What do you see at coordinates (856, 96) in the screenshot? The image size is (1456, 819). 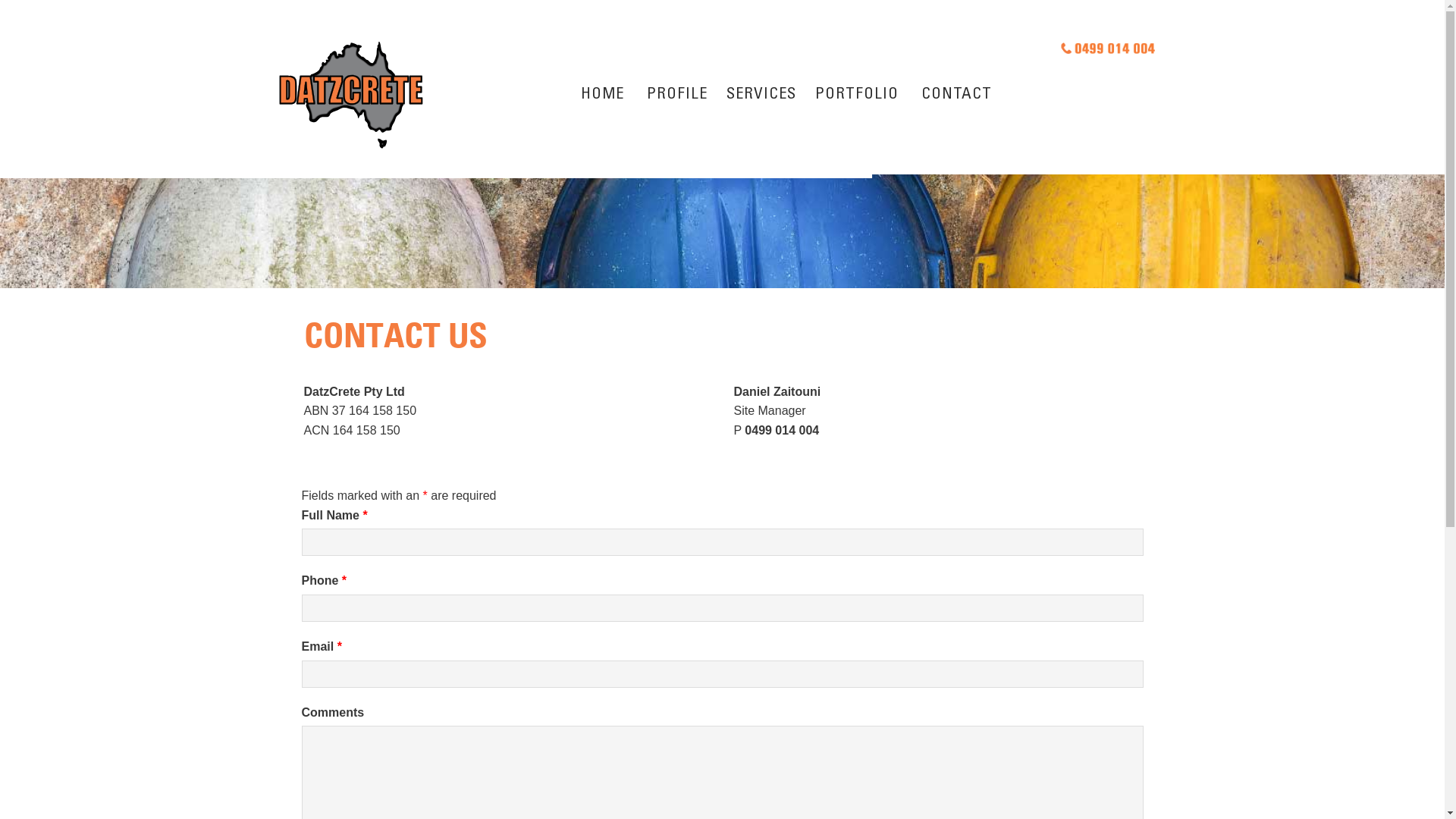 I see `'PORTFOLIO'` at bounding box center [856, 96].